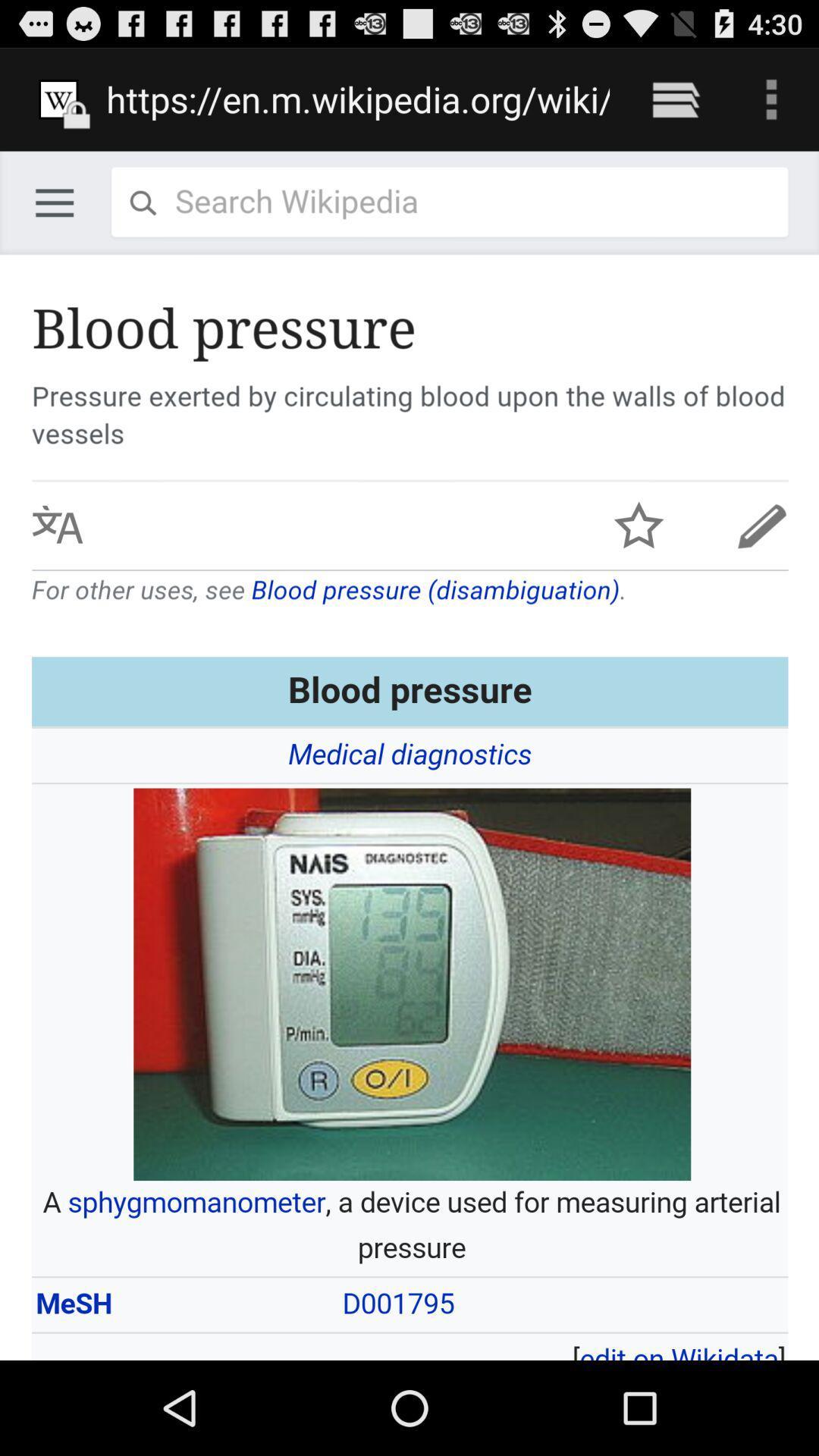 This screenshot has height=1456, width=819. Describe the element at coordinates (409, 755) in the screenshot. I see `item at the center` at that location.